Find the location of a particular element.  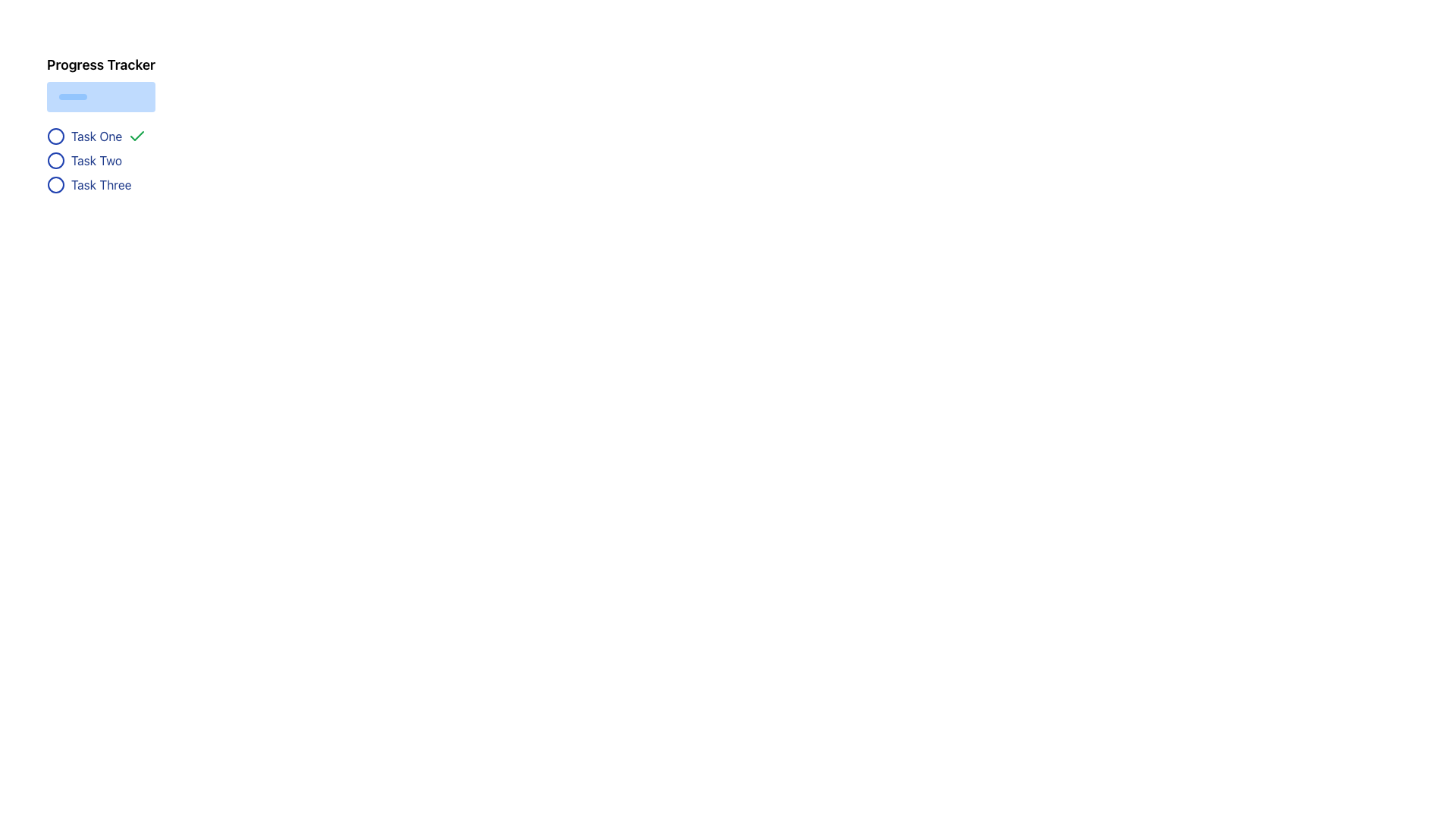

the first SVG circle status indicator with a blue outline and white fill, located to the left of the text label 'Task One', to update the task status is located at coordinates (55, 136).